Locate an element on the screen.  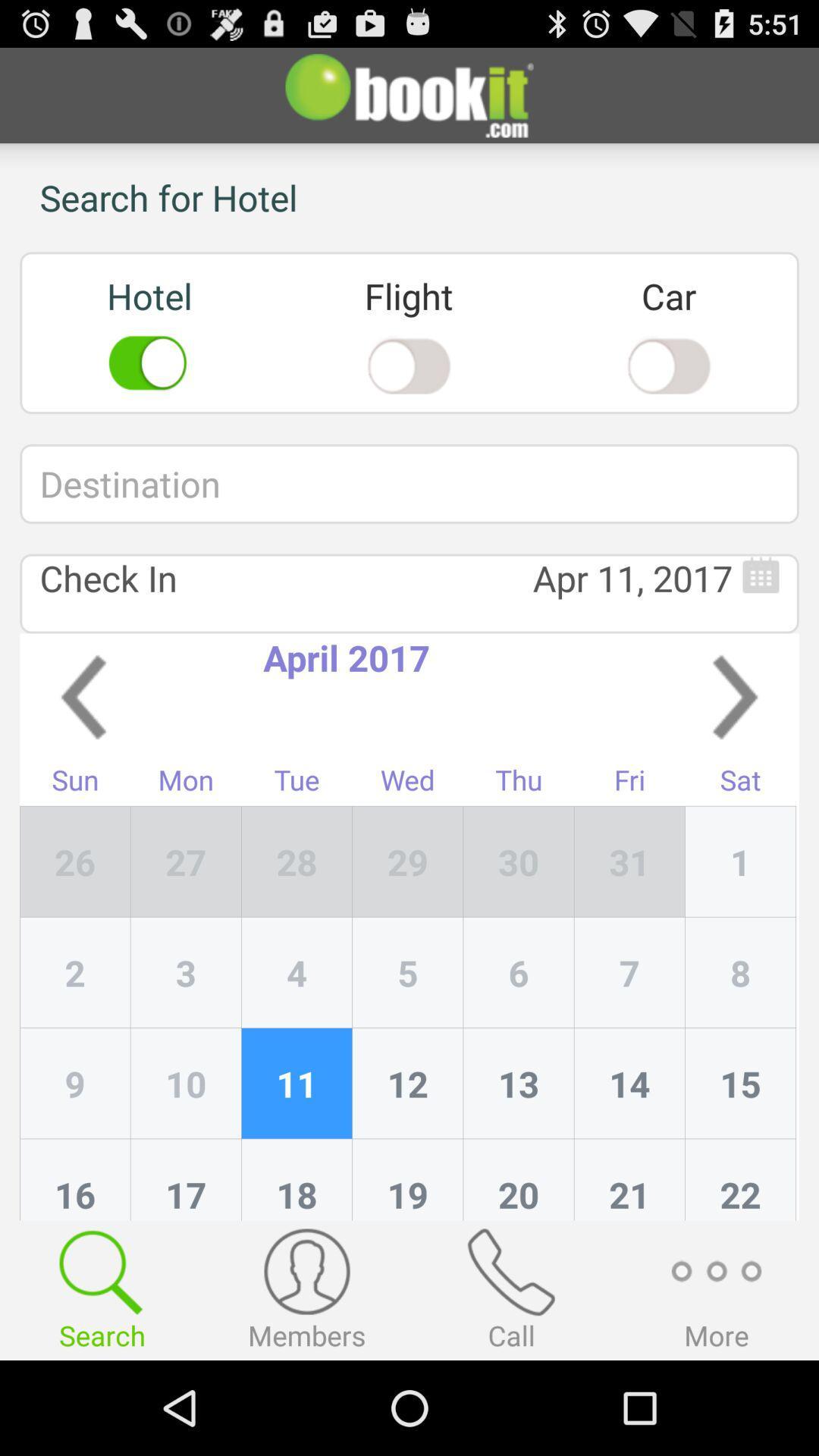
icon below tue item is located at coordinates (407, 861).